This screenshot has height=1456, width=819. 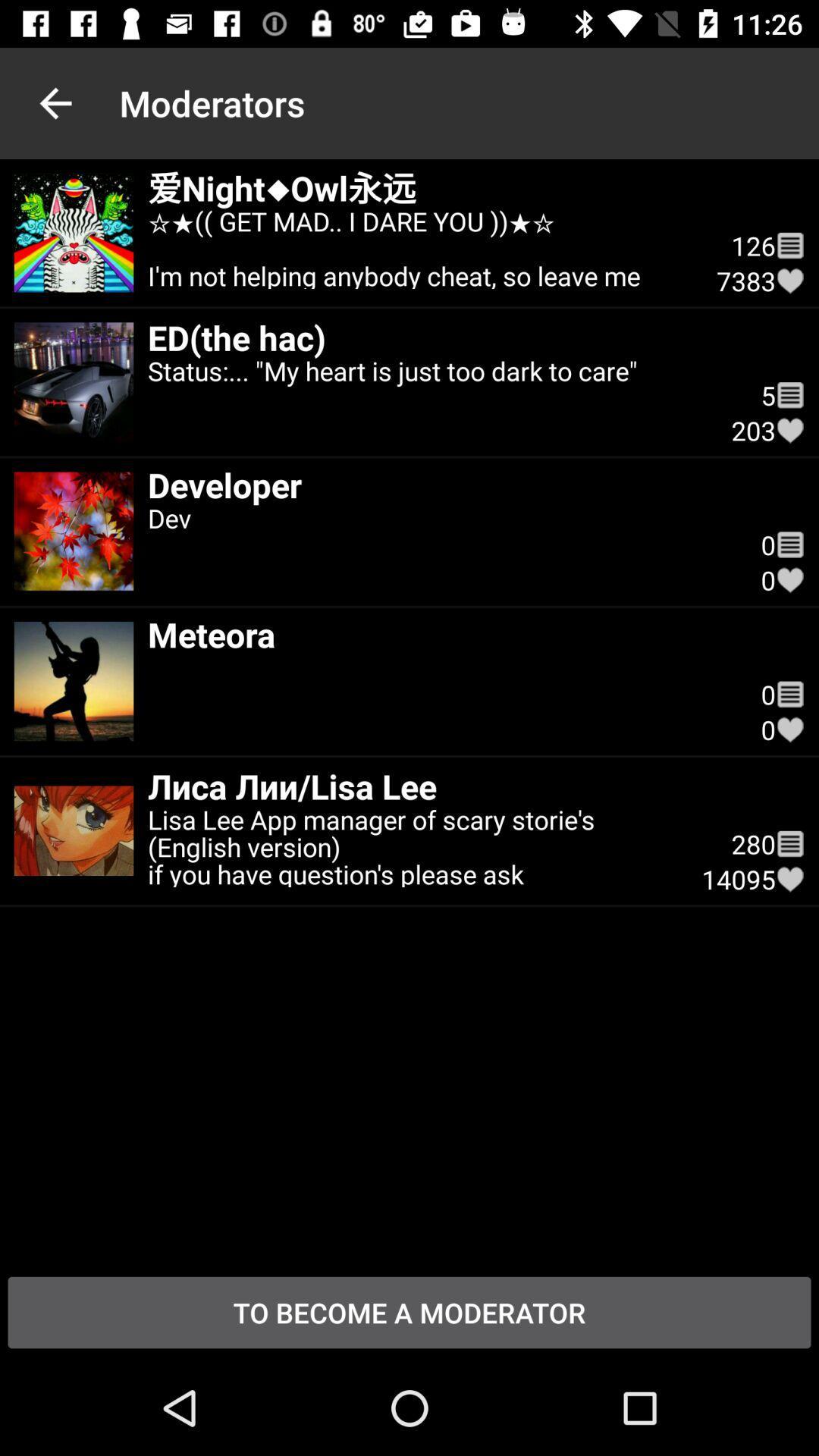 I want to click on icon below the moderators icon, so click(x=418, y=187).